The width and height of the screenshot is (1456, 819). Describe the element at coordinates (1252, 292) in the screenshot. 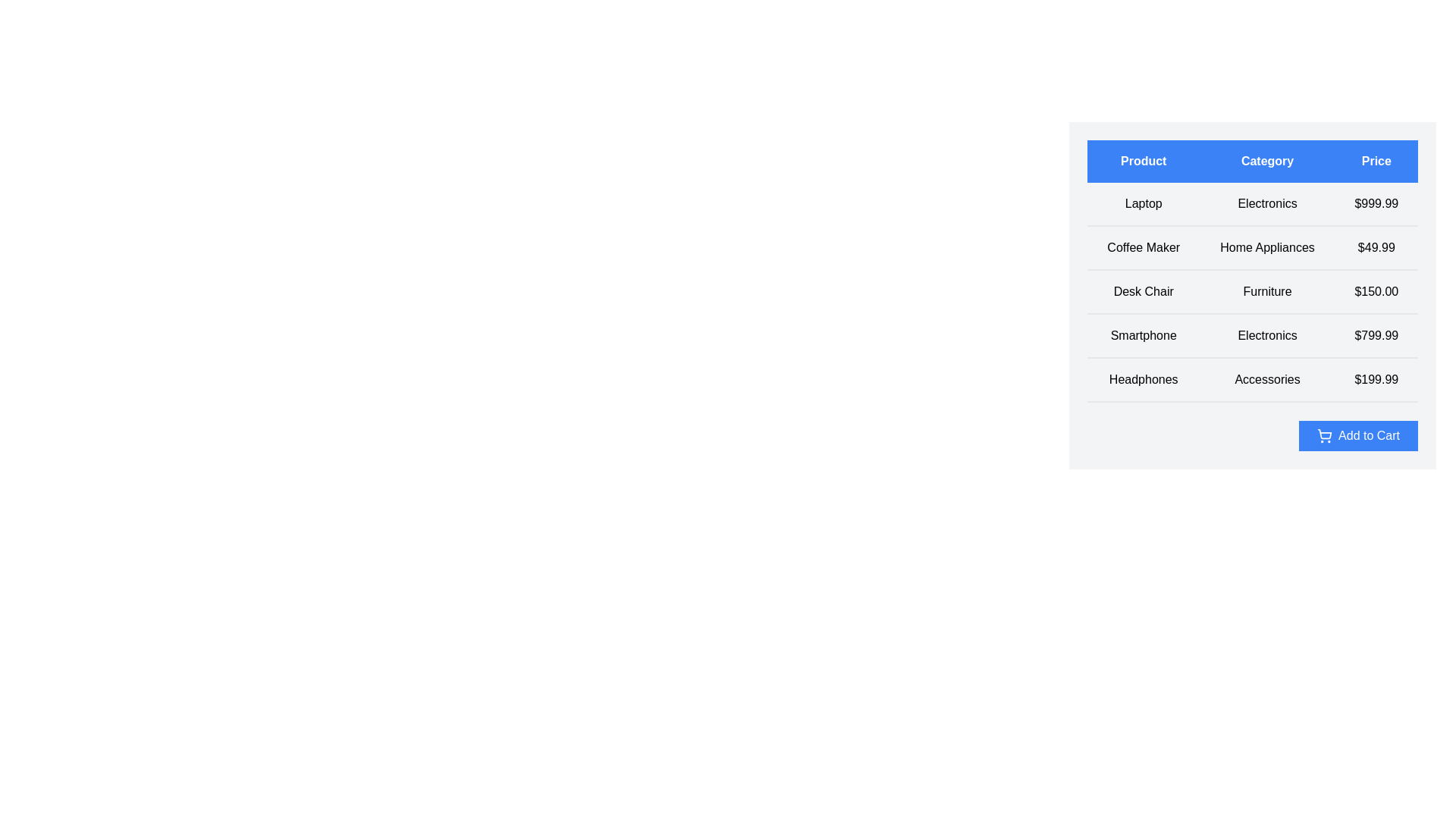

I see `the third row in the table displaying 'Desk Chair' in the first column, 'Furniture' in the second column, and '$150.00' in the third column` at that location.